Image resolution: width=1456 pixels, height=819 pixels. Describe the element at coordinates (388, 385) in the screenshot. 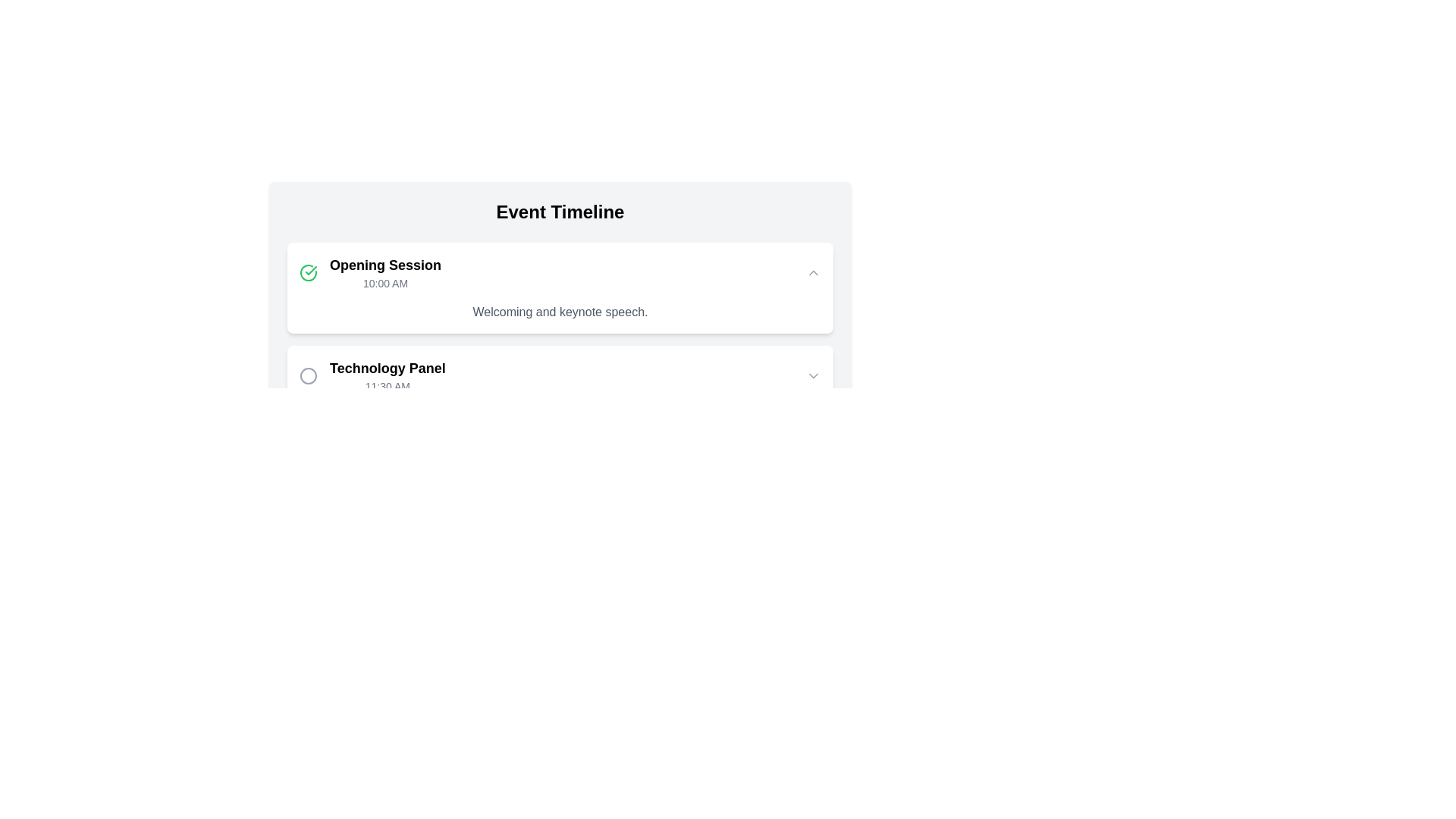

I see `the time label indicating the scheduled time for the 'Technology Panel' event, which is located below the 'Technology Panel' heading` at that location.